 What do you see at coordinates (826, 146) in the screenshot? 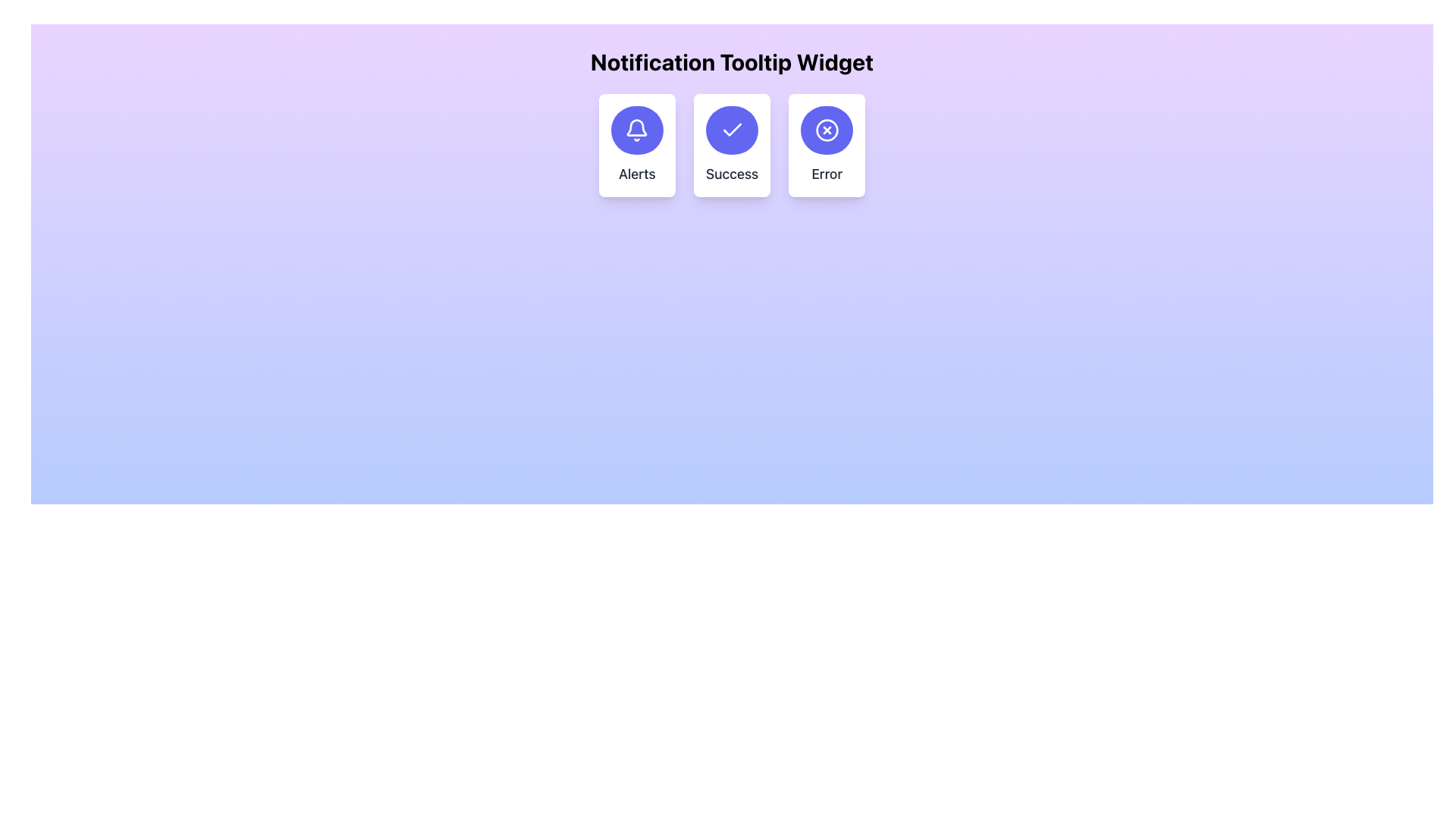
I see `the status notification indicator card, which is the rightmost element in a horizontal set of three, representing error messages` at bounding box center [826, 146].